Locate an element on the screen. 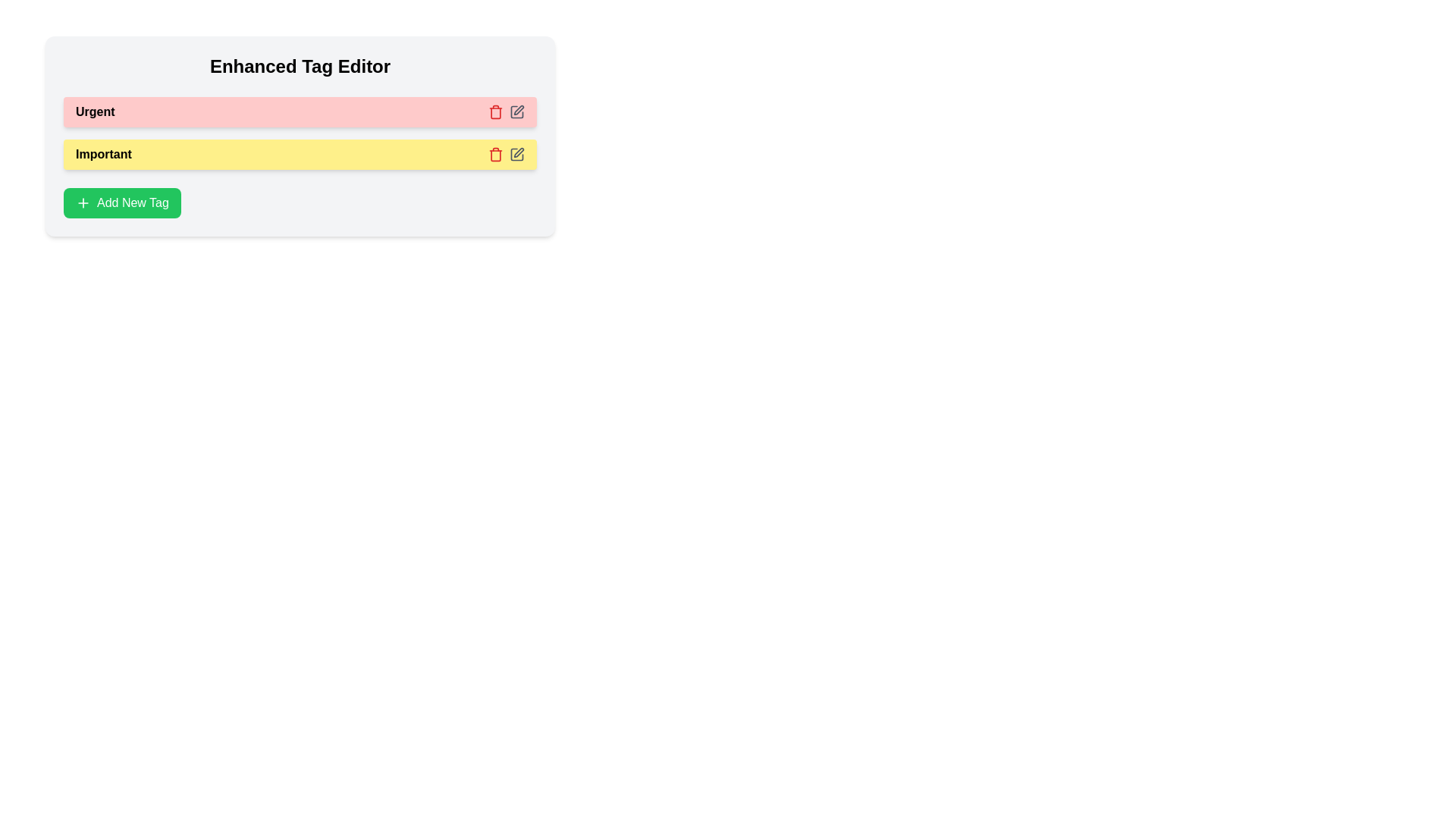 The width and height of the screenshot is (1456, 819). the small gray square button with a pen icon is located at coordinates (516, 111).